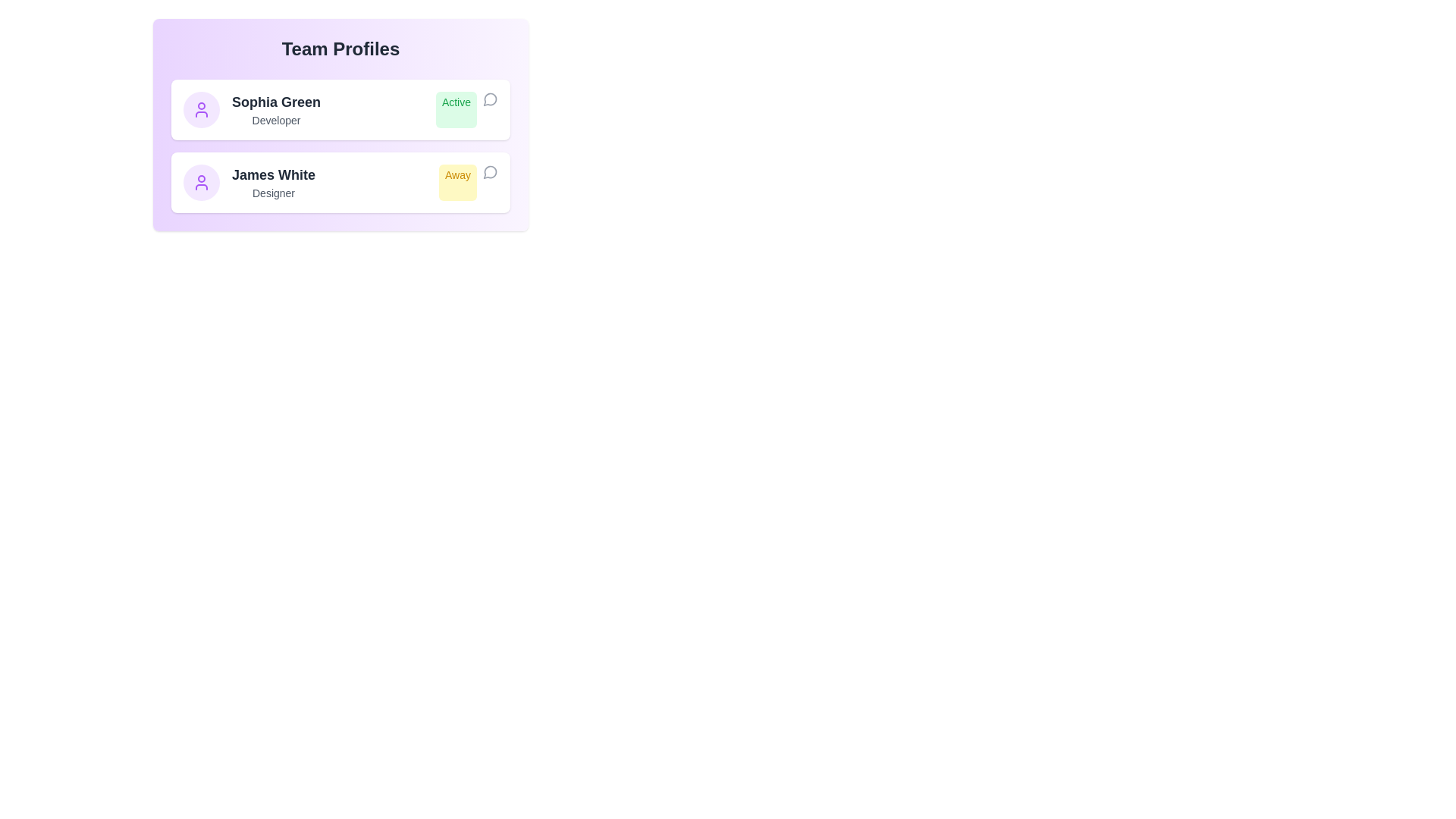 This screenshot has width=1456, height=819. What do you see at coordinates (455, 109) in the screenshot?
I see `the 'Active' badge element which has a light green background and is associated with Sophia Green's profile details` at bounding box center [455, 109].